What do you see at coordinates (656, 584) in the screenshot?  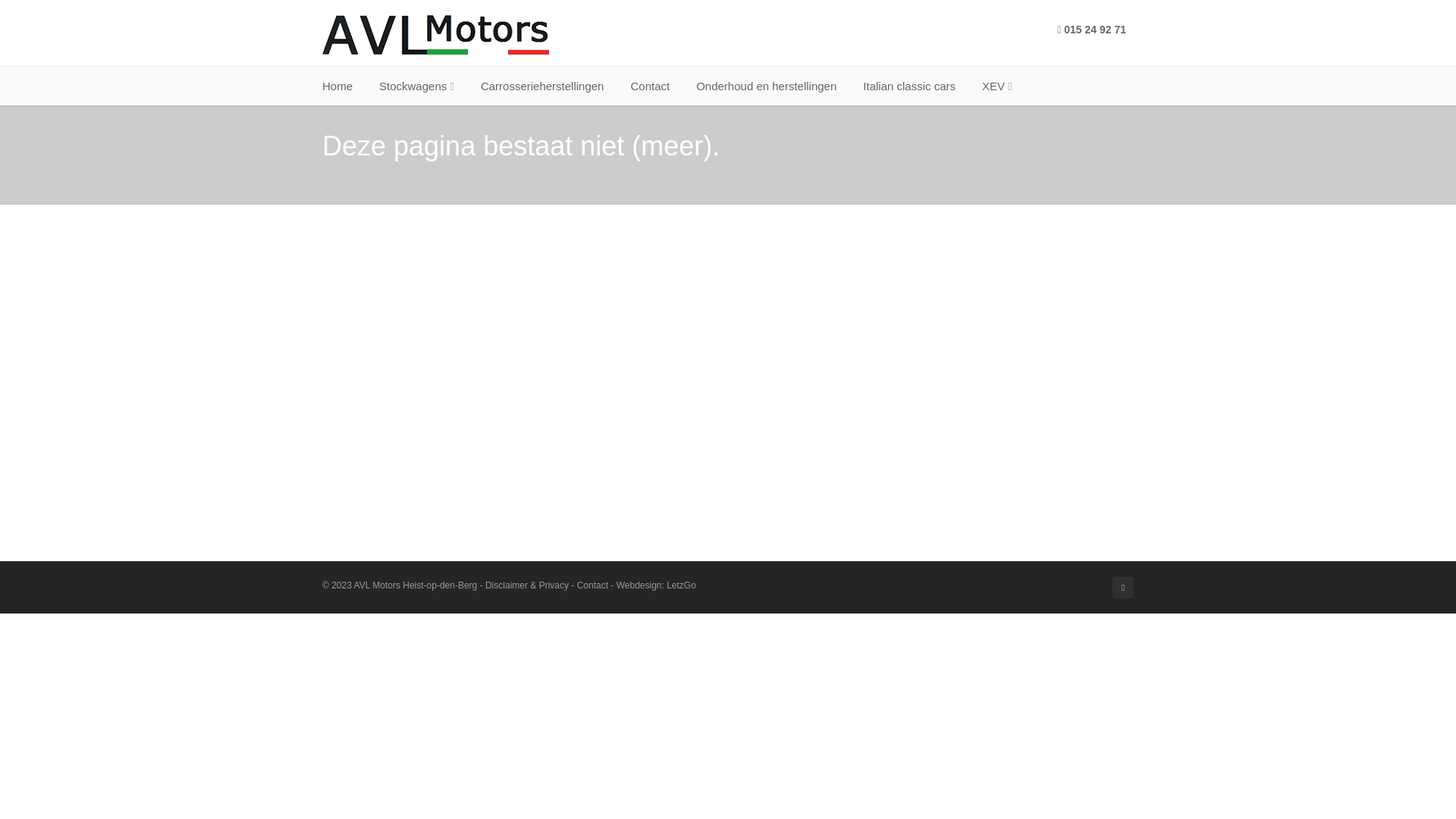 I see `'Webdesign: LetzGo'` at bounding box center [656, 584].